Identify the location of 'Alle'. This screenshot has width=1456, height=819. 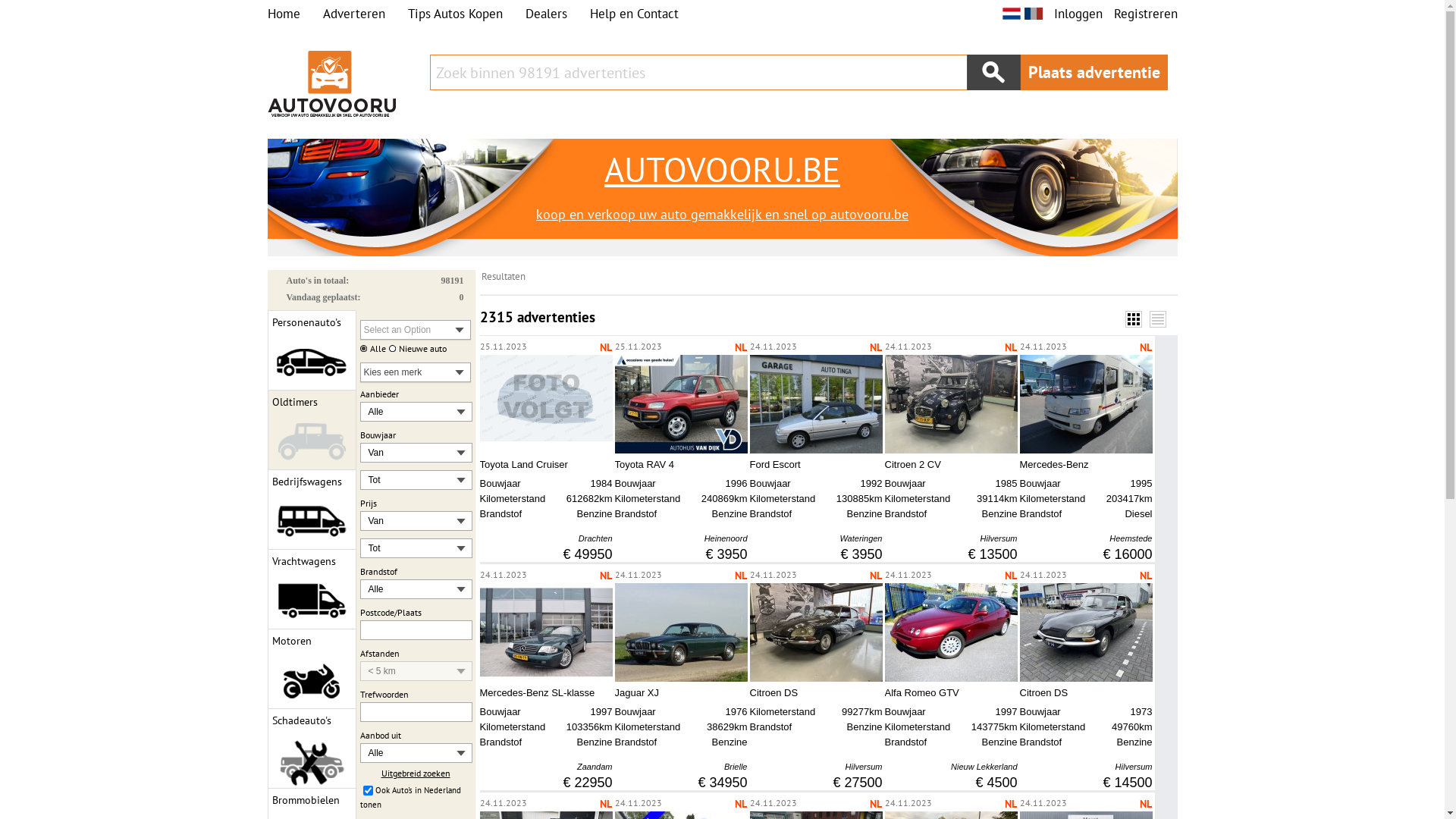
(405, 752).